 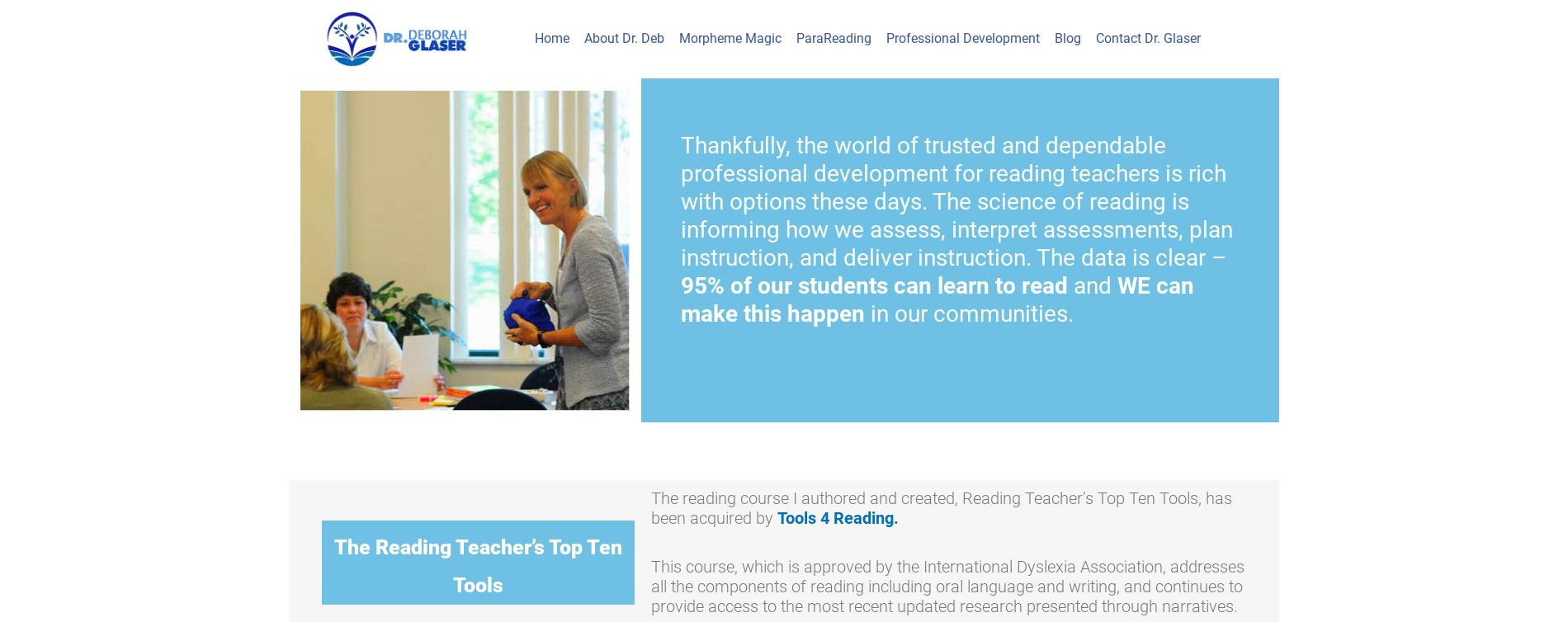 What do you see at coordinates (969, 313) in the screenshot?
I see `'in our communities.'` at bounding box center [969, 313].